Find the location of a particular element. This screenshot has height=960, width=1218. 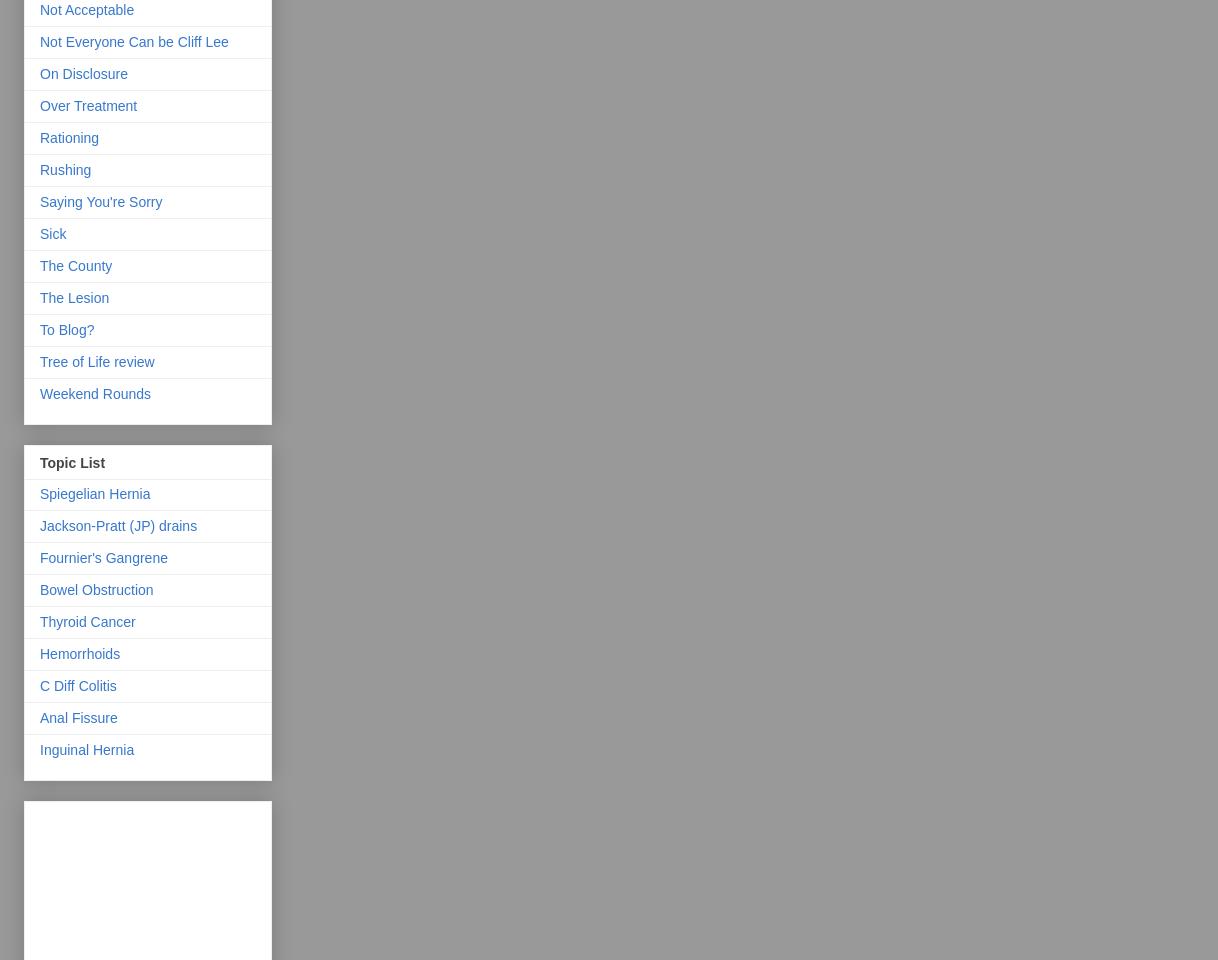

'To Blog?' is located at coordinates (65, 330).